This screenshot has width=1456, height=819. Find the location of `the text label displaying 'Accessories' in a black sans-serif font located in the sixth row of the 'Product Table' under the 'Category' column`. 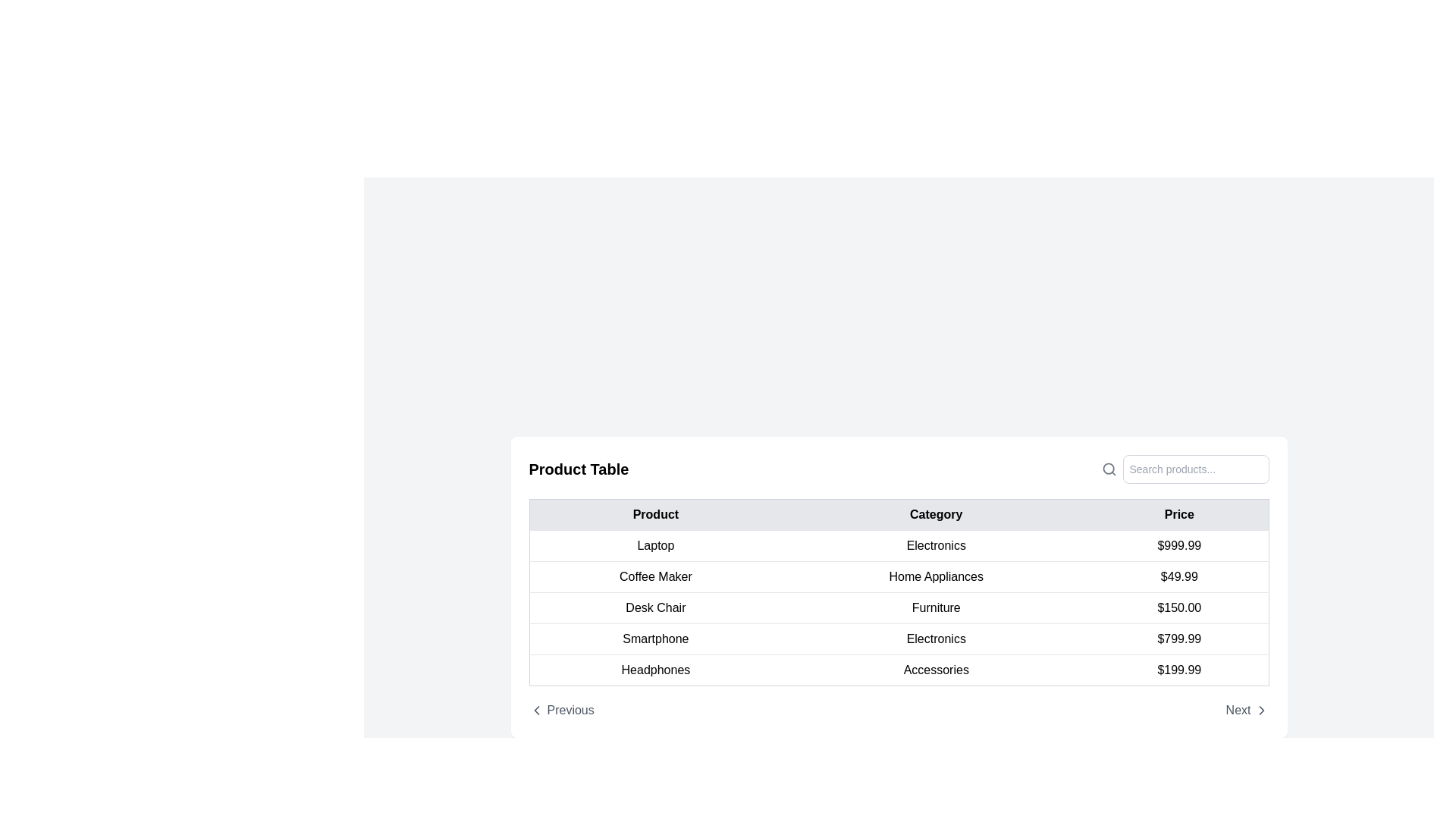

the text label displaying 'Accessories' in a black sans-serif font located in the sixth row of the 'Product Table' under the 'Category' column is located at coordinates (935, 669).